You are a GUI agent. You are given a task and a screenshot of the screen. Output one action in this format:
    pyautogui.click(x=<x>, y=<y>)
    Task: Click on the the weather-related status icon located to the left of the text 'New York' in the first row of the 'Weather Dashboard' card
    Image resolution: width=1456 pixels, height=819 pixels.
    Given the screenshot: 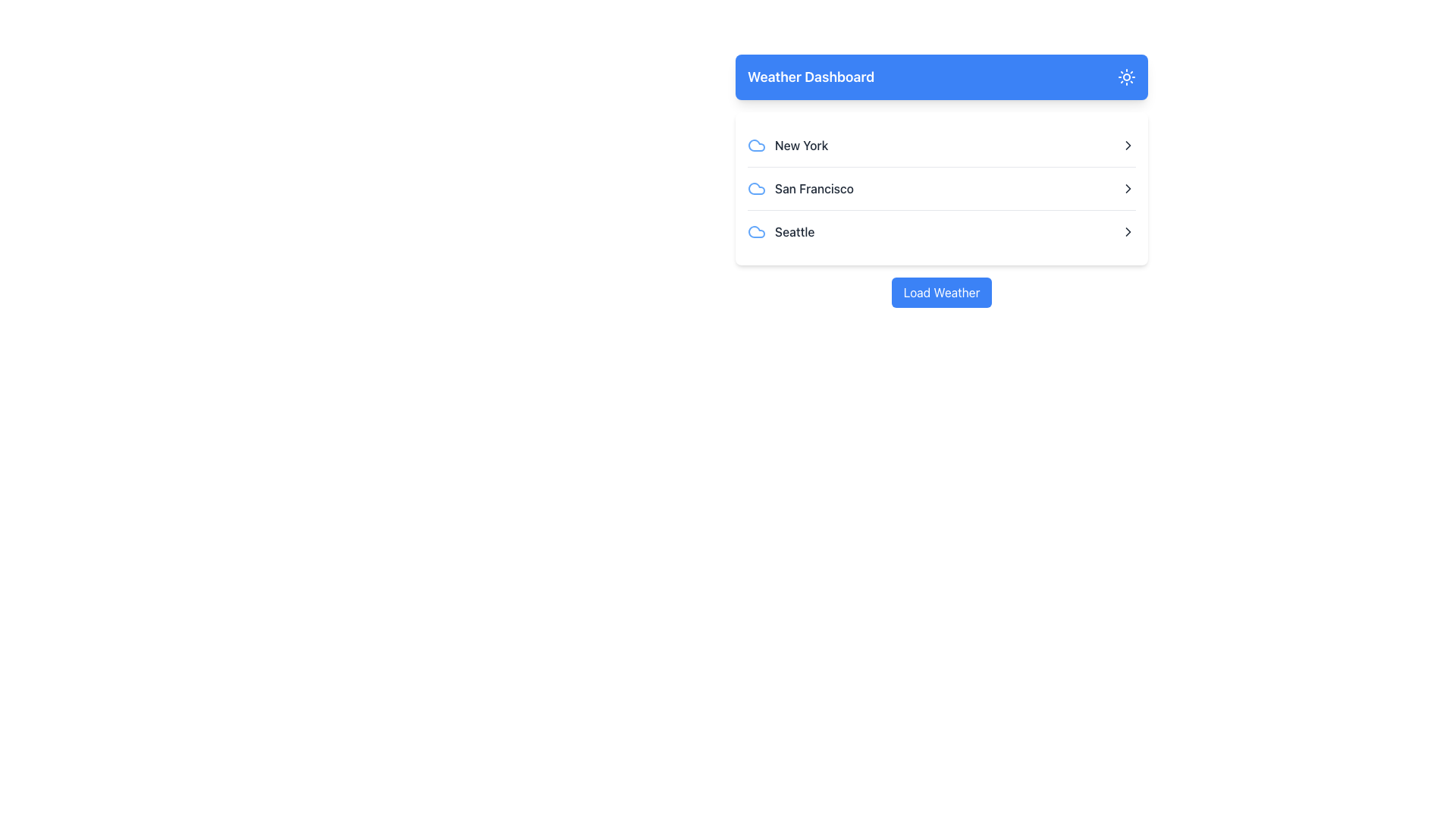 What is the action you would take?
    pyautogui.click(x=757, y=146)
    